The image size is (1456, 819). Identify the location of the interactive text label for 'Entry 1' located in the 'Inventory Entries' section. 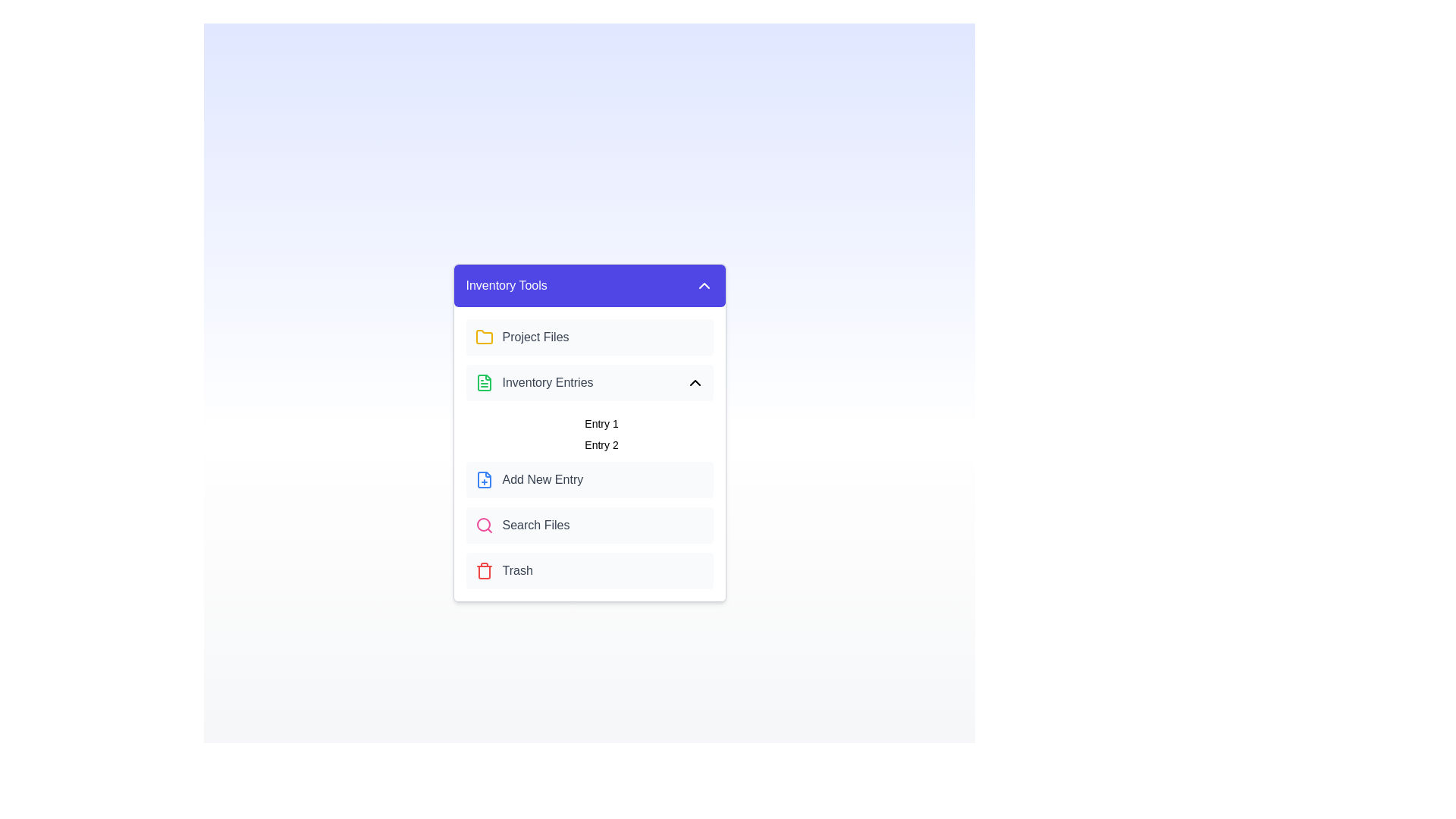
(601, 424).